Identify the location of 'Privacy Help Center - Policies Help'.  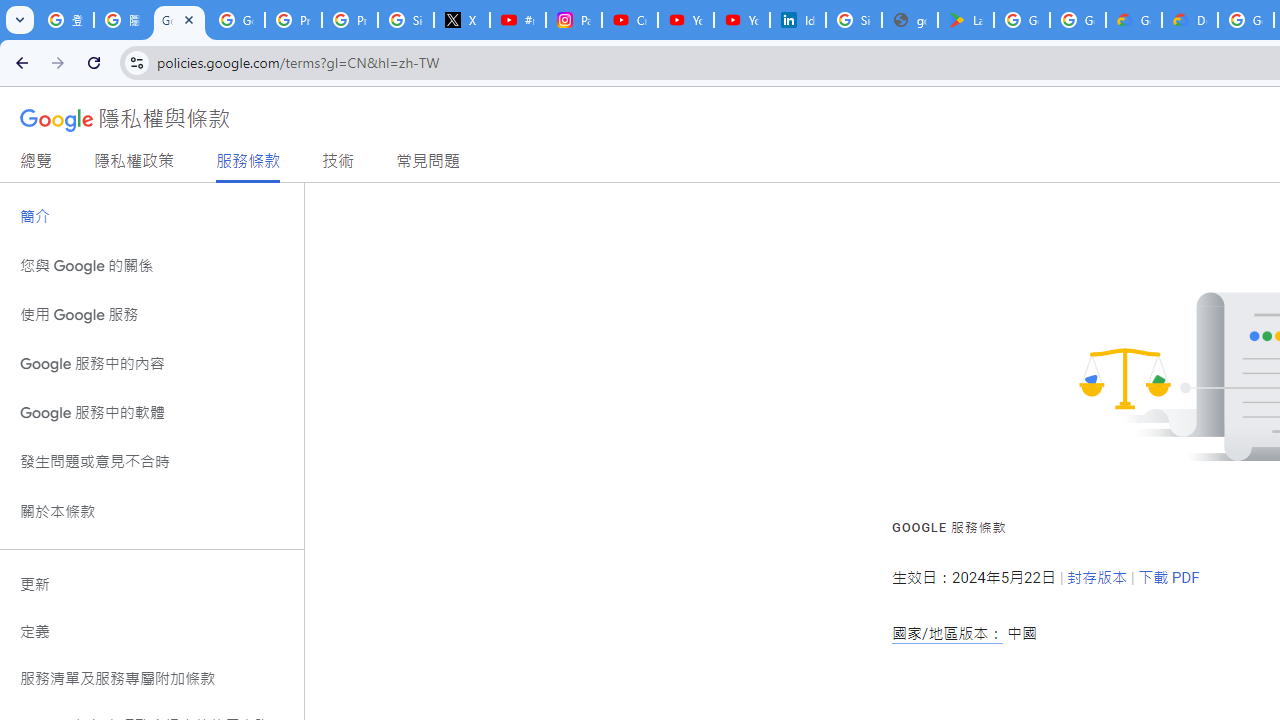
(350, 20).